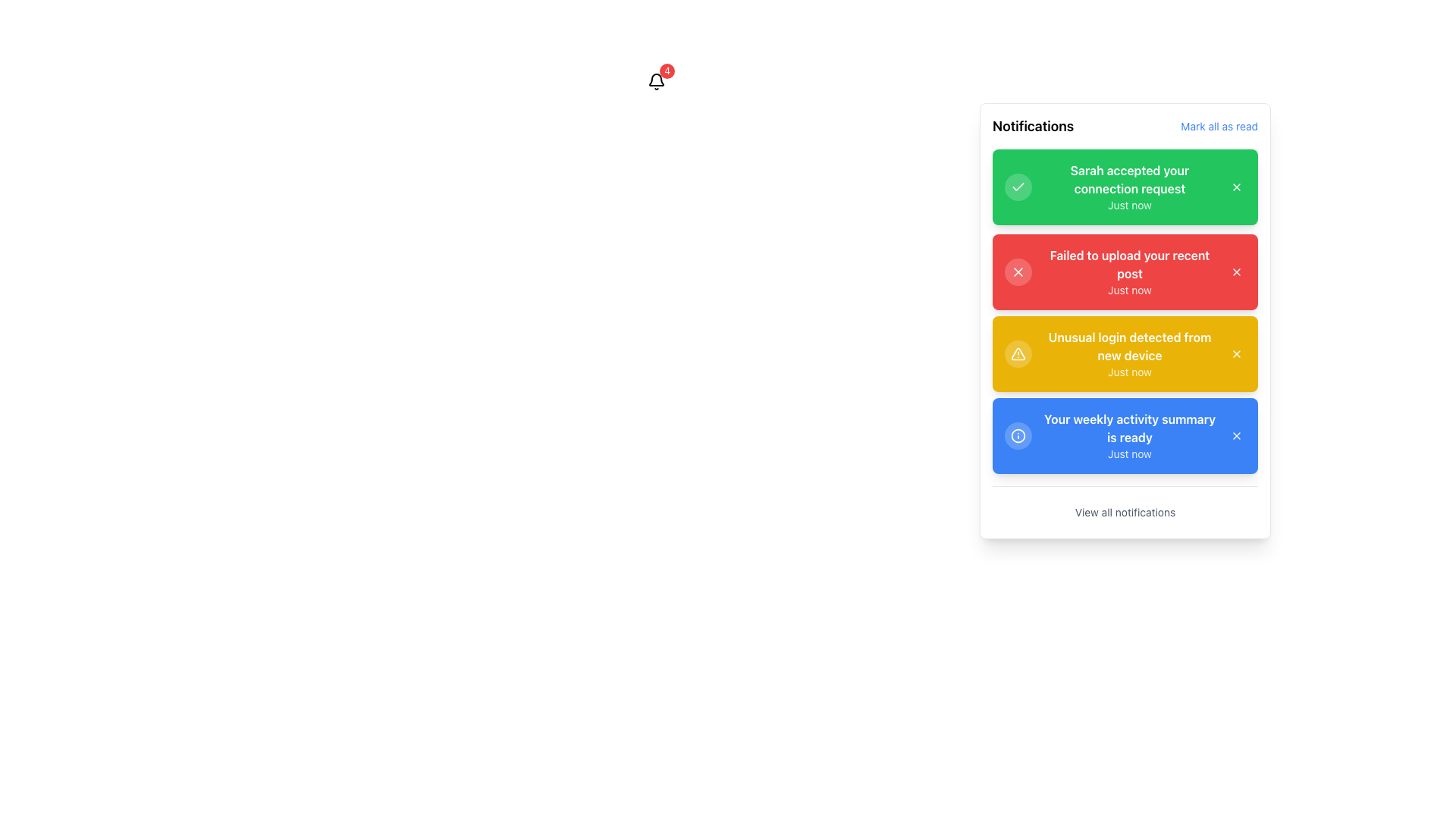  What do you see at coordinates (1125, 435) in the screenshot?
I see `the fourth notification card in the vertically stacked list` at bounding box center [1125, 435].